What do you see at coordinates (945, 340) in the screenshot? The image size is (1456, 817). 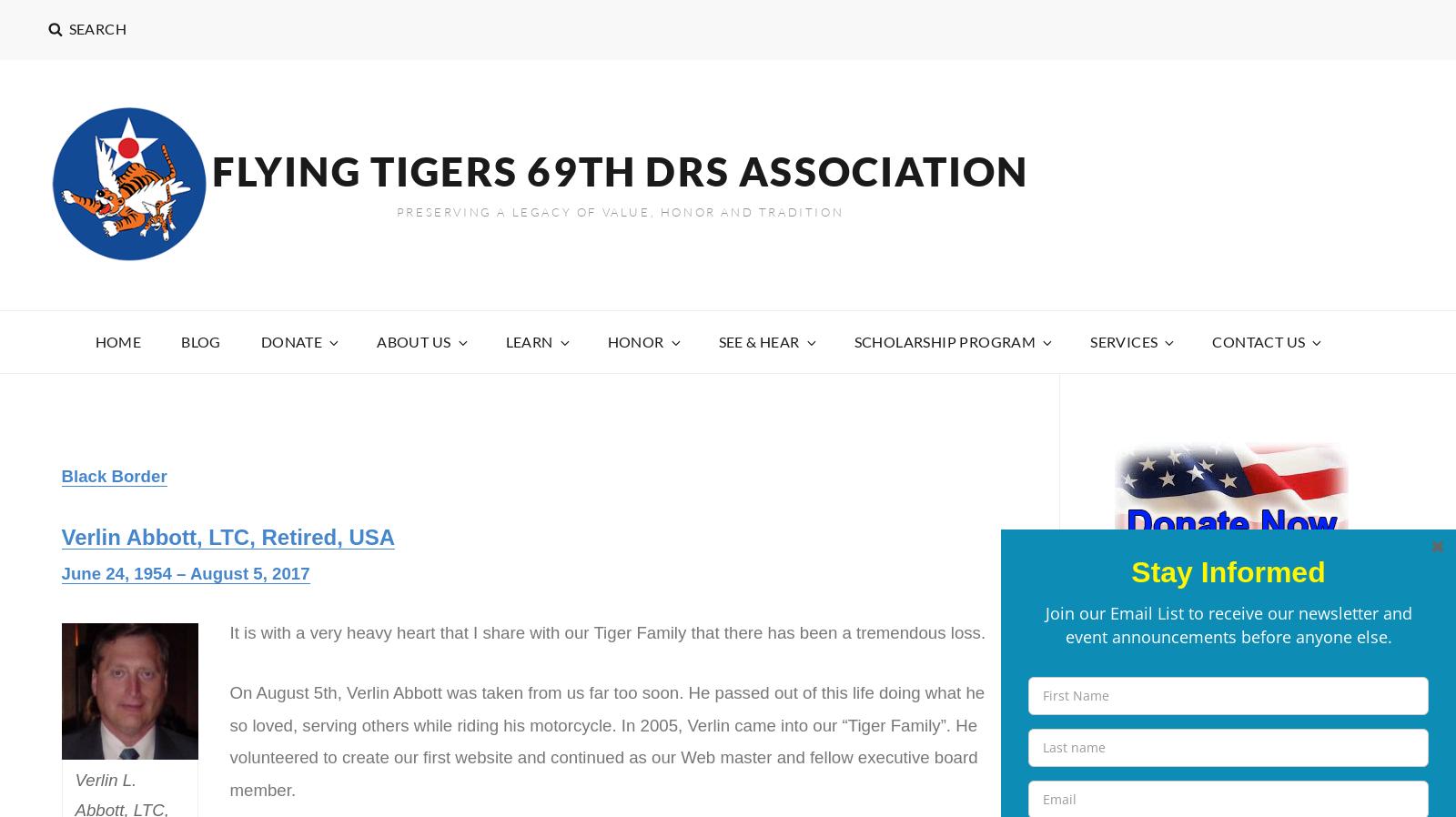 I see `'SCHOLARSHIP PROGRAM'` at bounding box center [945, 340].